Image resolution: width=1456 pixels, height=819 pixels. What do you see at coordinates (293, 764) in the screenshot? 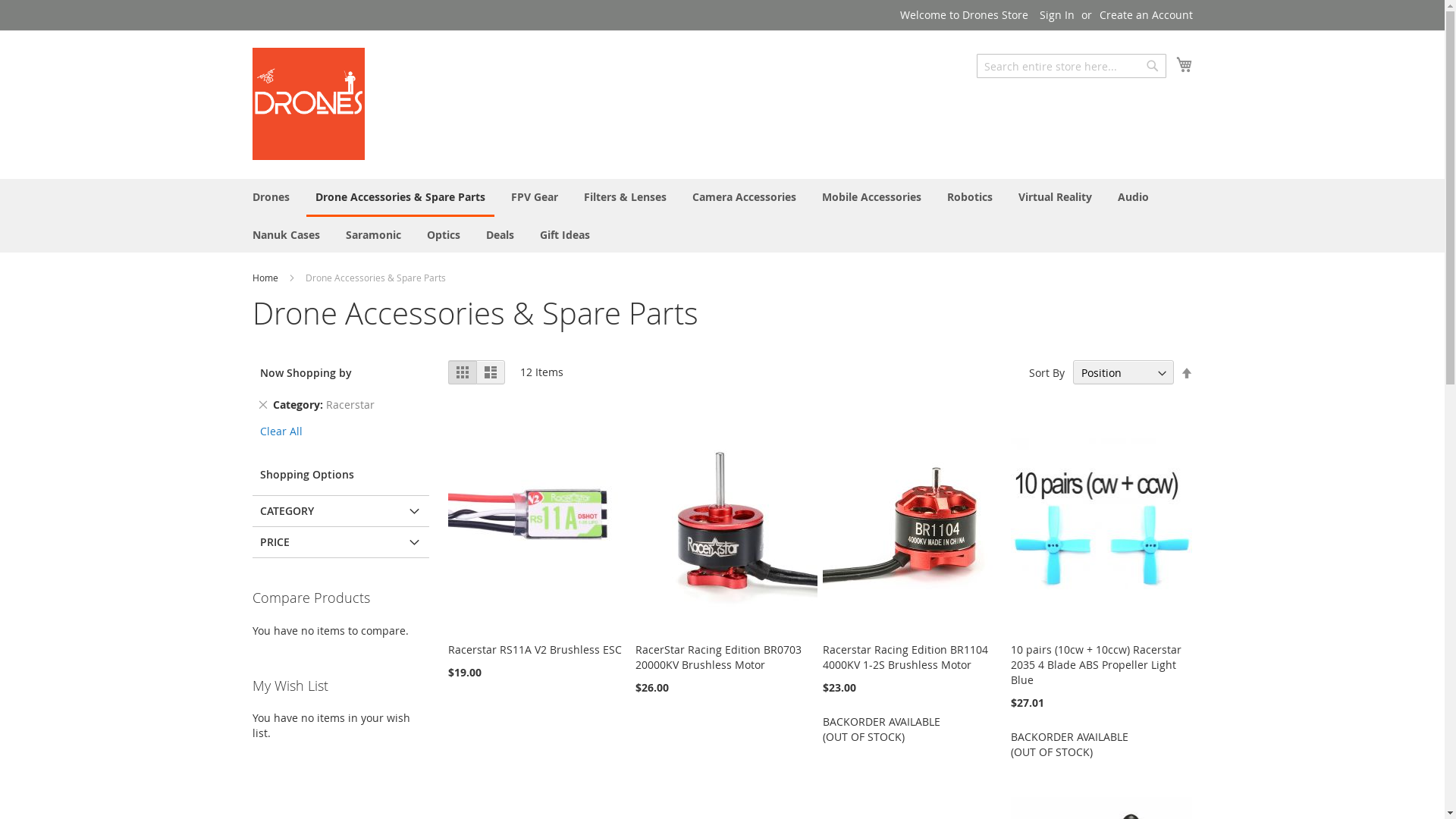
I see `'Add to Cart'` at bounding box center [293, 764].